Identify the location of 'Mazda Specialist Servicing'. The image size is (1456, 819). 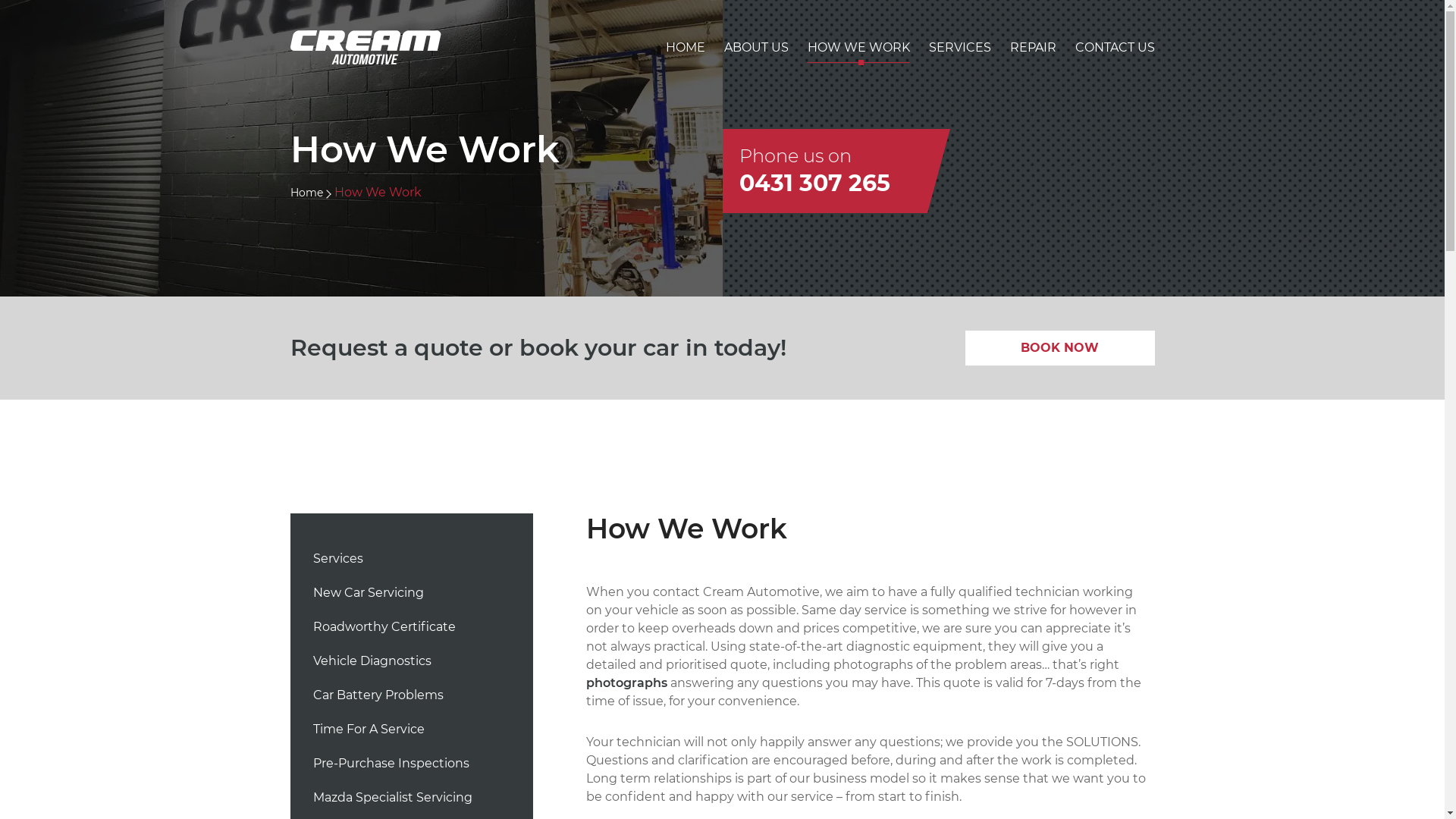
(392, 802).